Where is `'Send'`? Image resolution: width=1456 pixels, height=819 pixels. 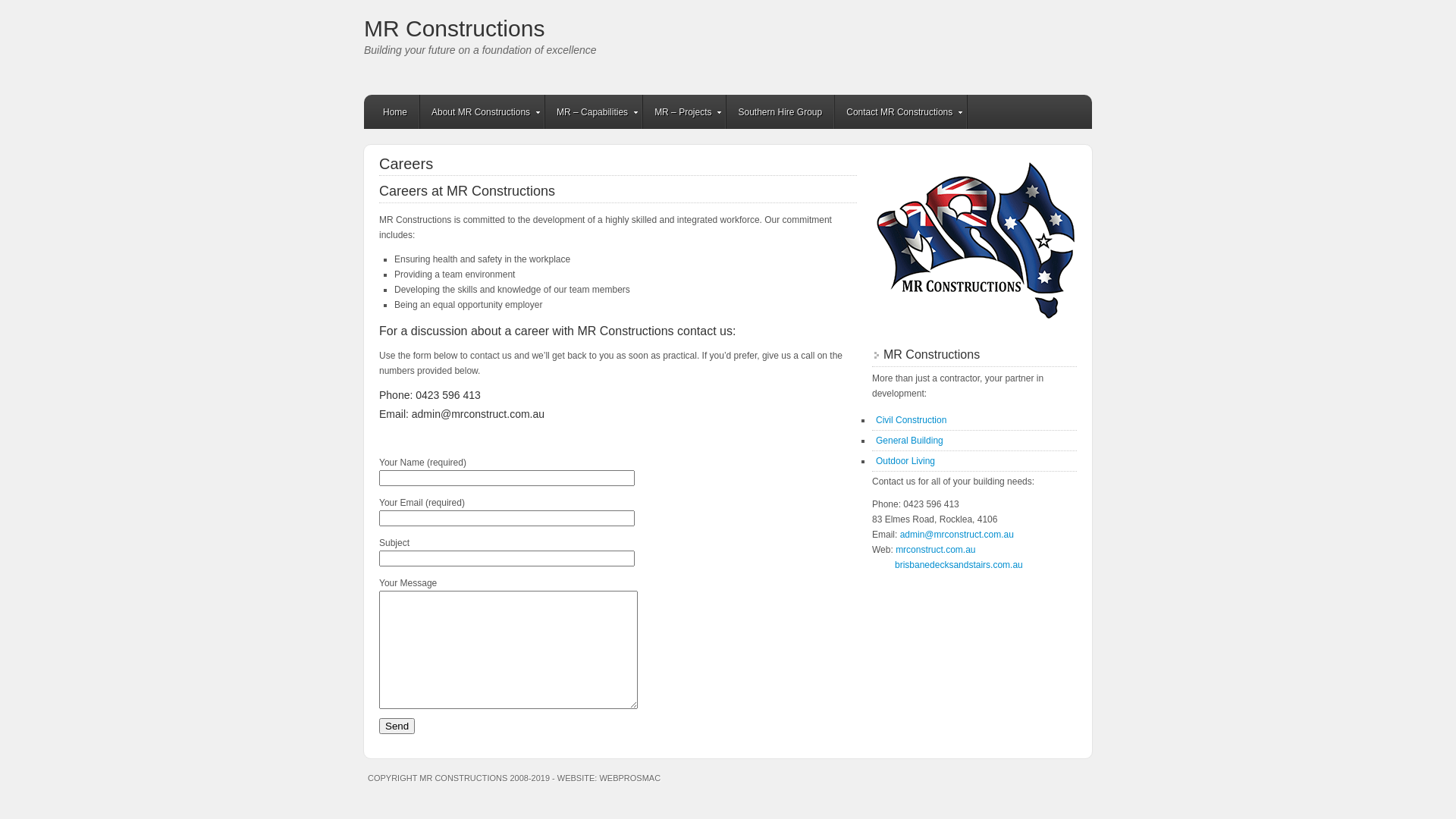
'Send' is located at coordinates (397, 725).